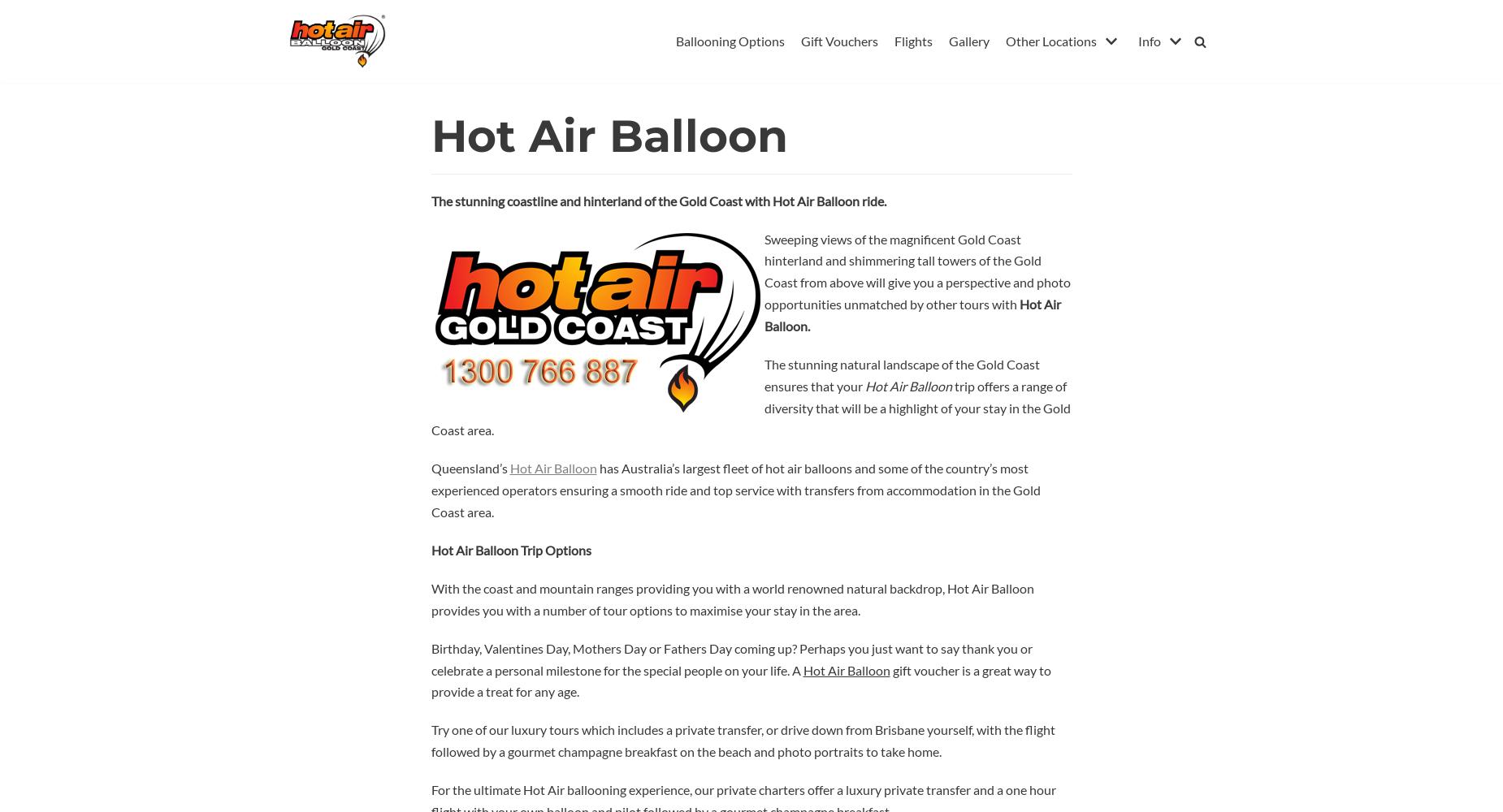  I want to click on 'Contact Us', so click(1093, 107).